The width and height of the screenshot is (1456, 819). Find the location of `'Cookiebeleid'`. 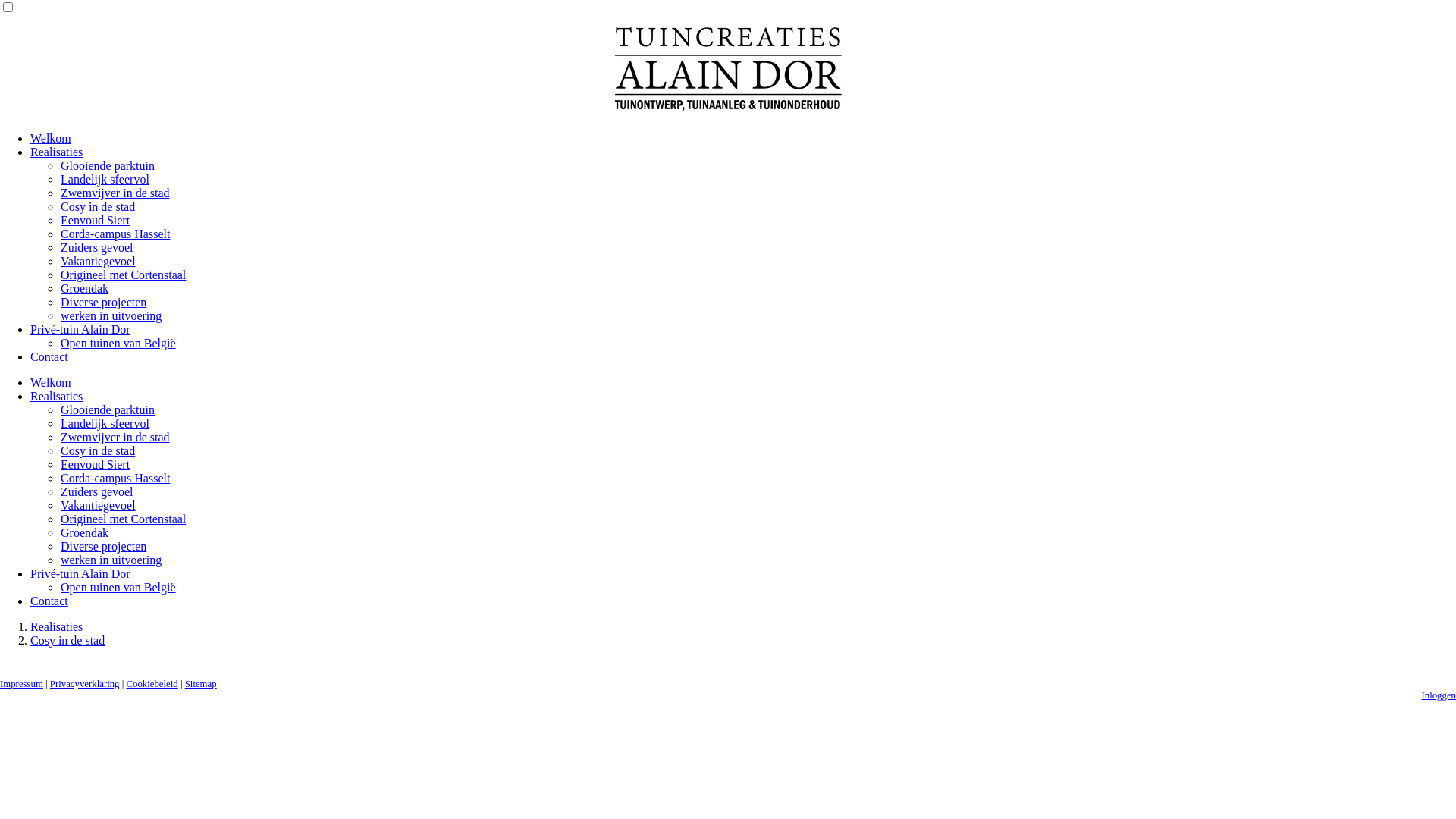

'Cookiebeleid' is located at coordinates (152, 684).